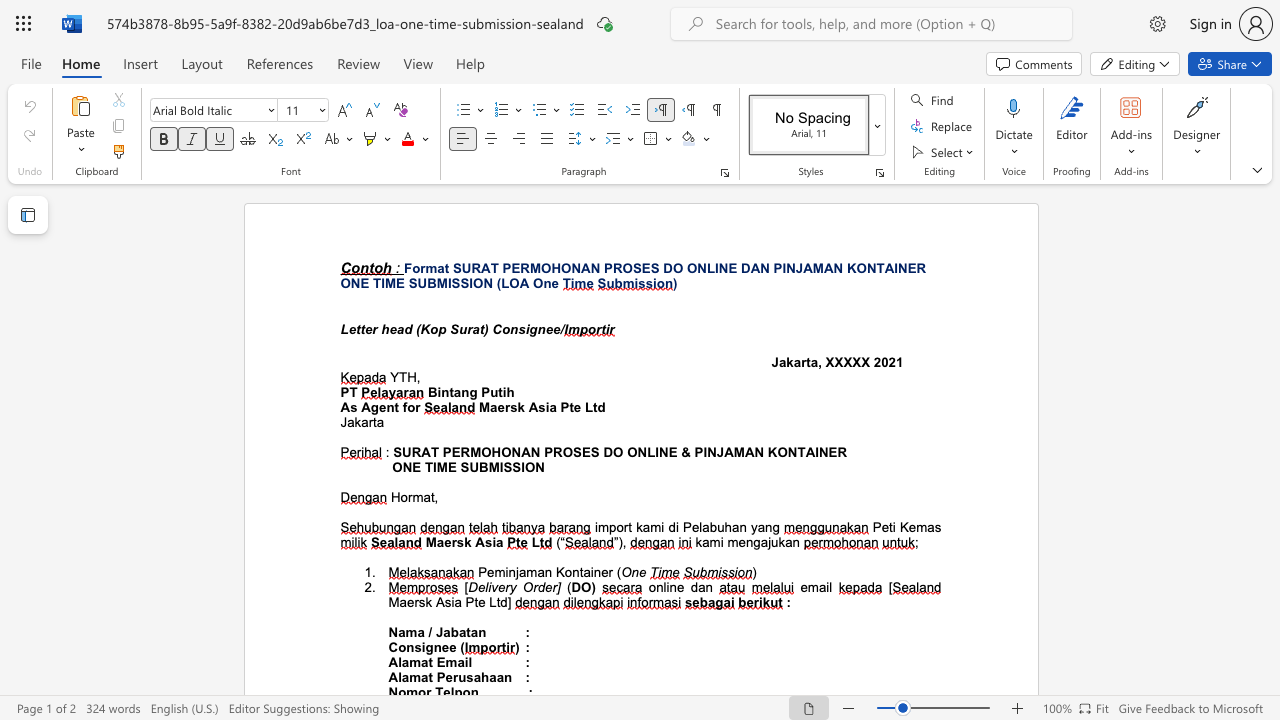 This screenshot has height=720, width=1280. Describe the element at coordinates (440, 647) in the screenshot. I see `the subset text "ee" within the text "Consignee ("` at that location.